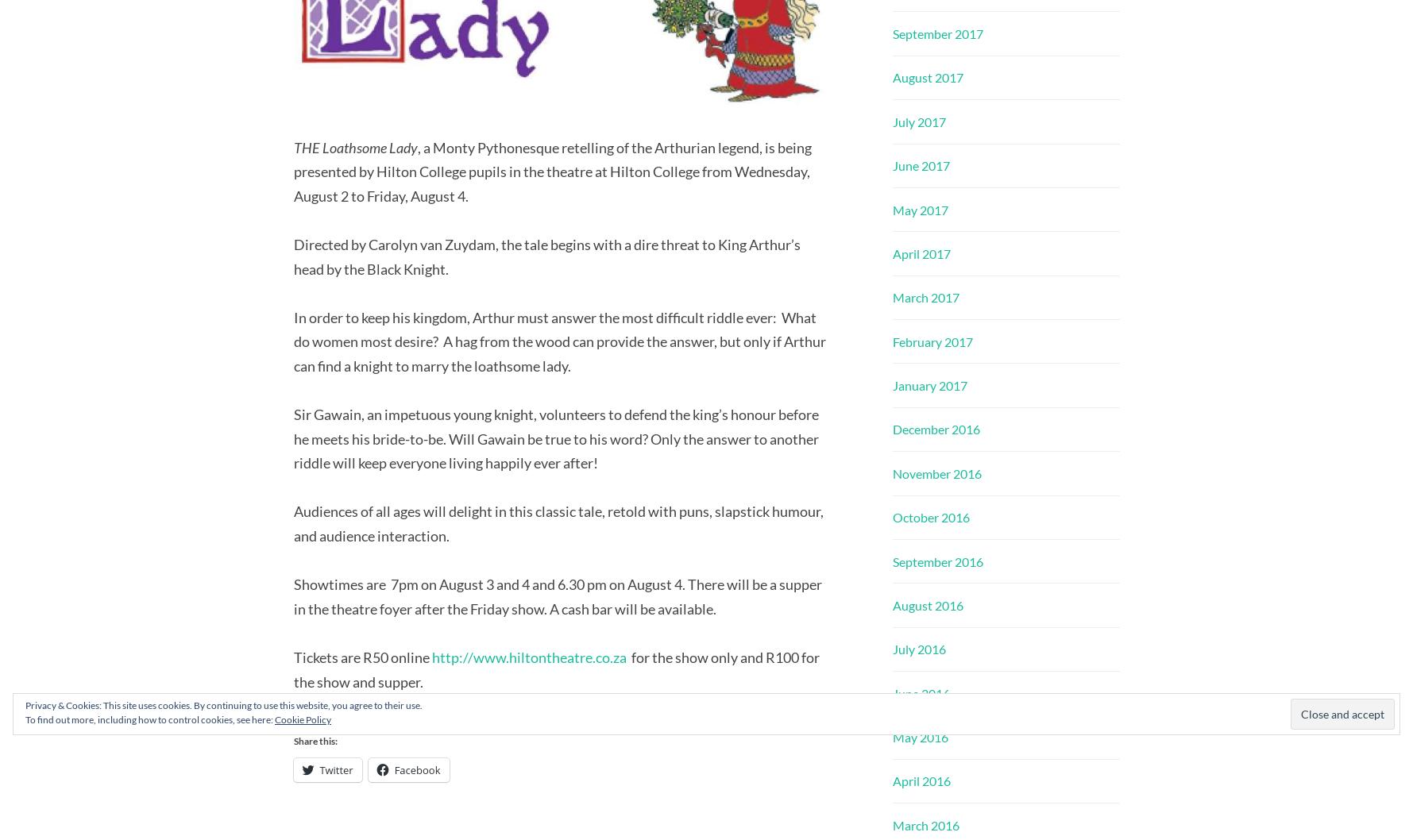 This screenshot has height=840, width=1413. Describe the element at coordinates (355, 147) in the screenshot. I see `'THE Loathsome Lady'` at that location.